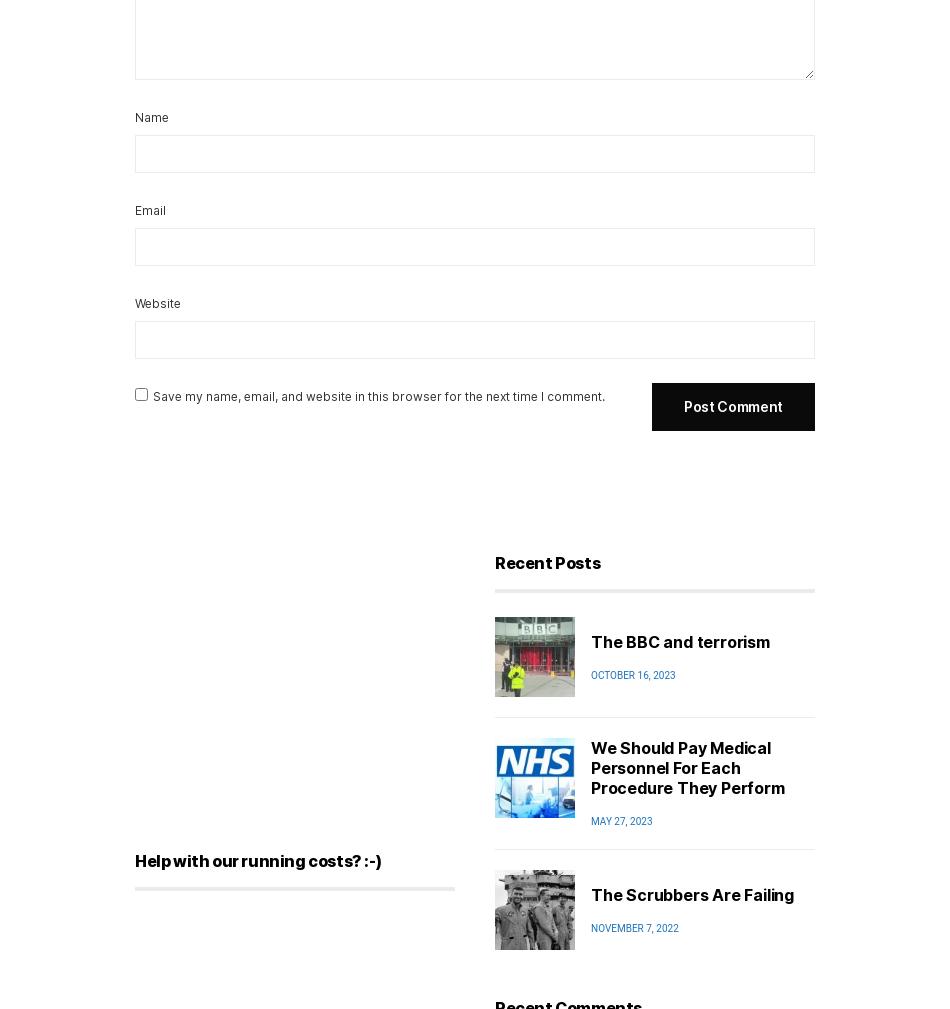 This screenshot has width=950, height=1009. What do you see at coordinates (687, 767) in the screenshot?
I see `'We Should Pay Medical Personnel For Each Procedure They Perform'` at bounding box center [687, 767].